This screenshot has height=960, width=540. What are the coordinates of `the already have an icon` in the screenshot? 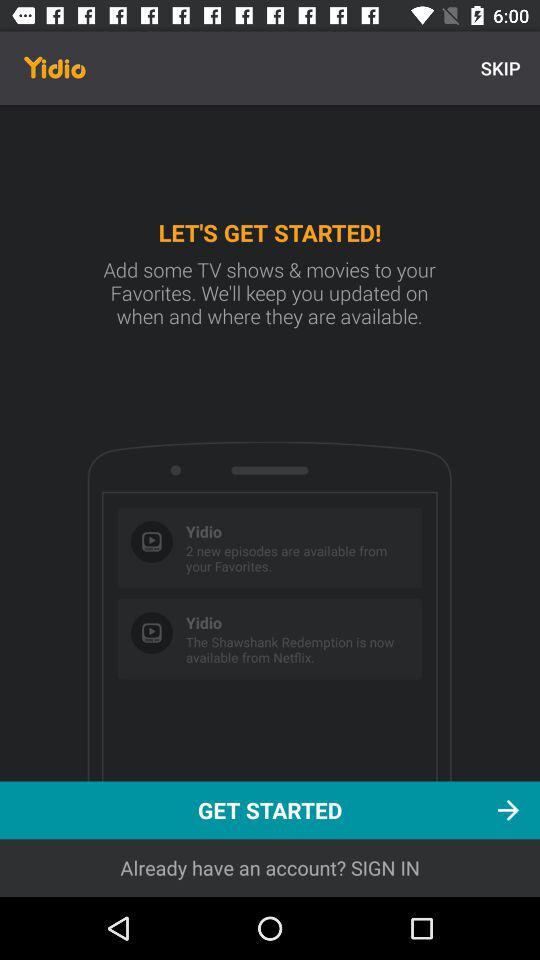 It's located at (270, 867).